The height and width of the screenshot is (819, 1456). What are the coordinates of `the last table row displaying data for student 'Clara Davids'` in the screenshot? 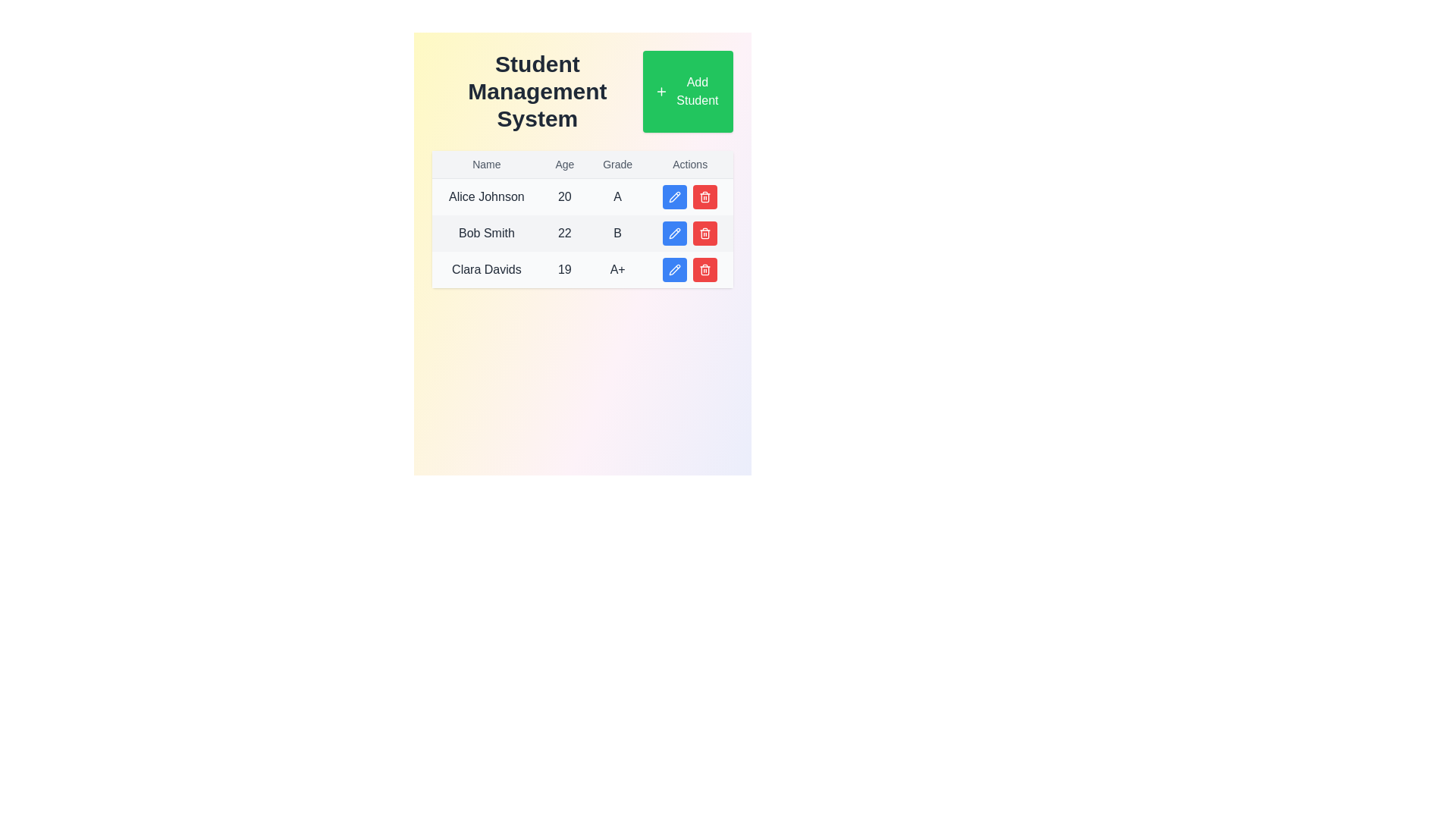 It's located at (582, 268).